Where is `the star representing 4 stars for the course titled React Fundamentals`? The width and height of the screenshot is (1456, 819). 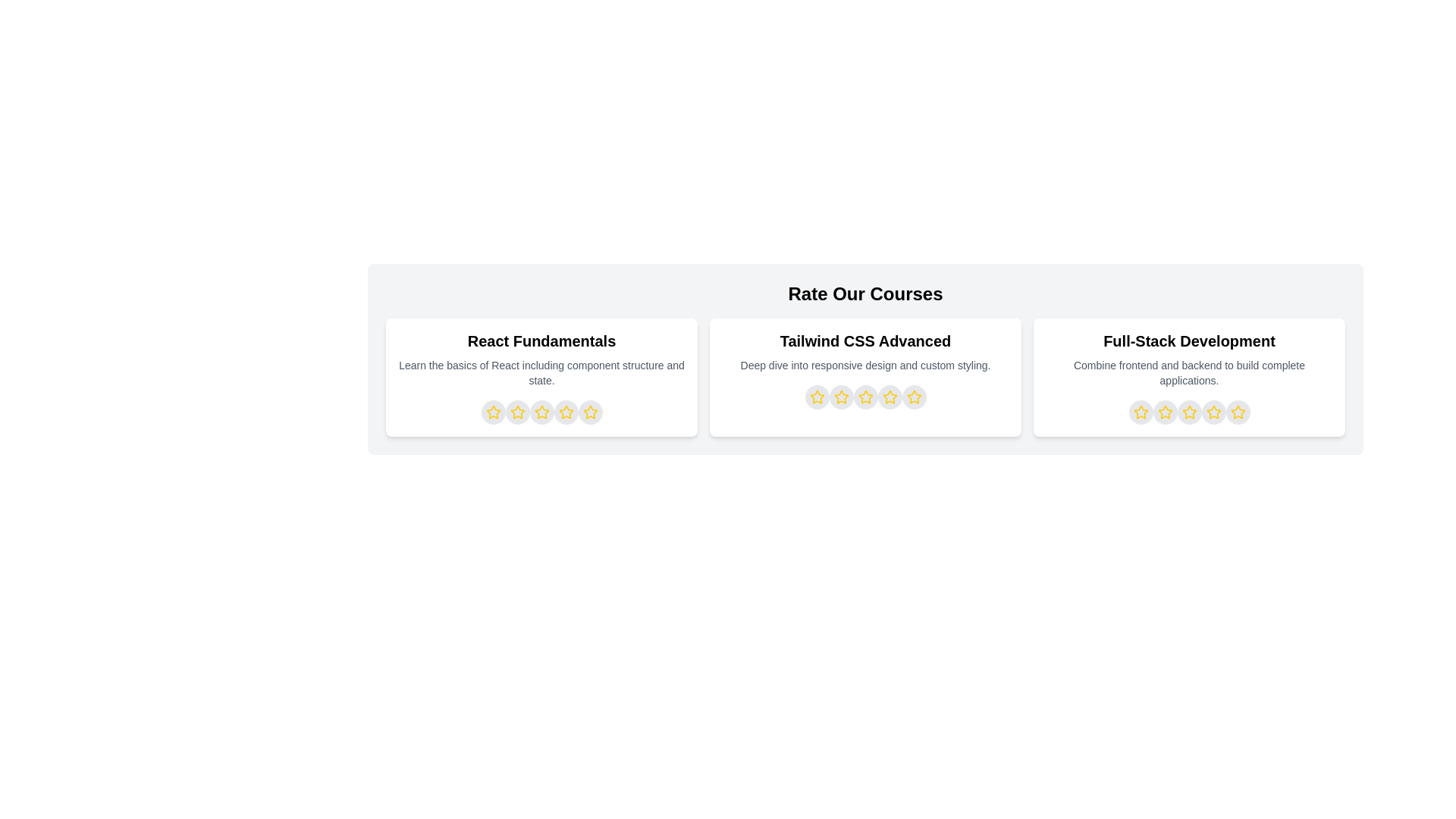 the star representing 4 stars for the course titled React Fundamentals is located at coordinates (565, 412).